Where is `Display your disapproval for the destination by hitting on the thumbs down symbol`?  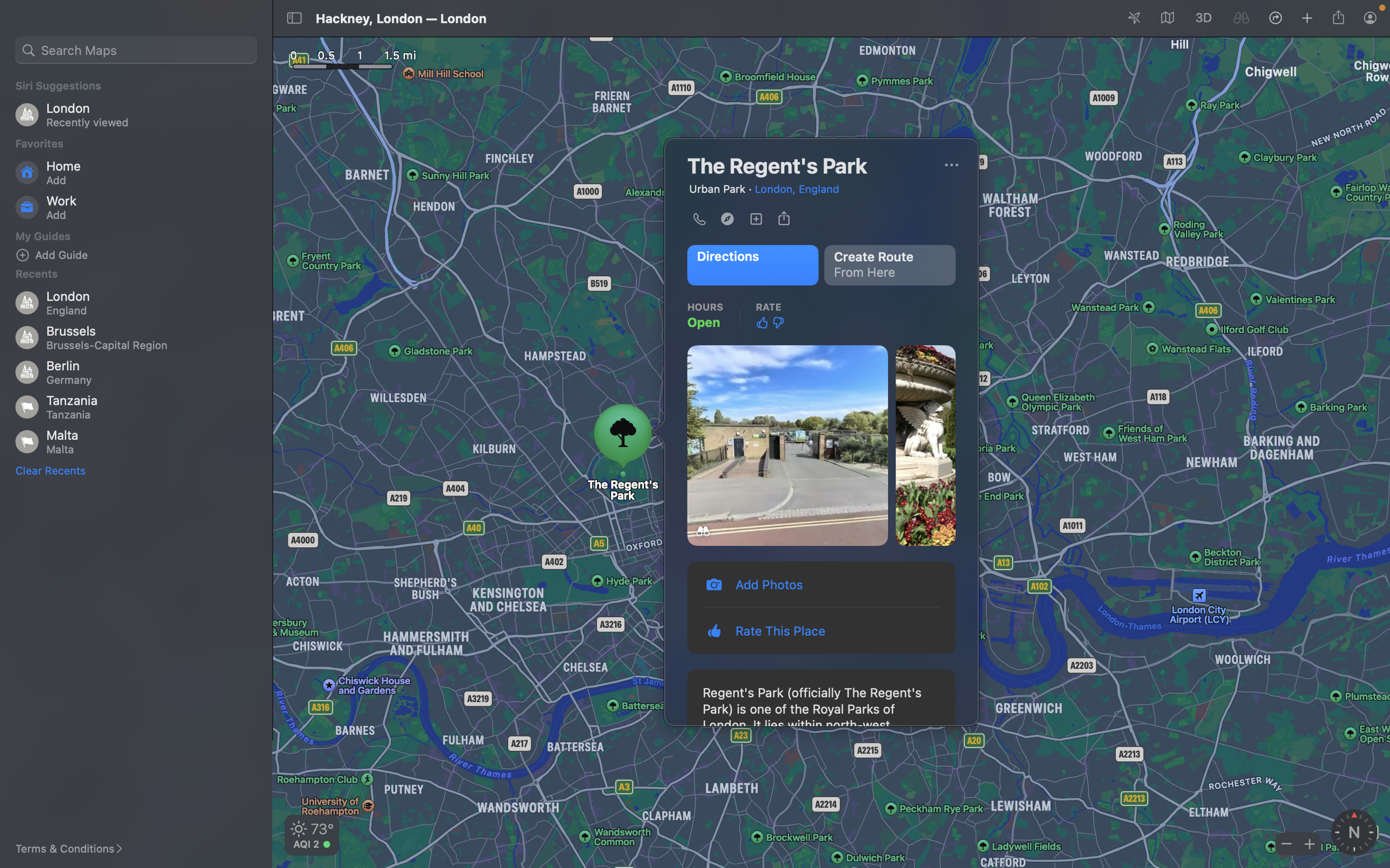
Display your disapproval for the destination by hitting on the thumbs down symbol is located at coordinates (778, 323).